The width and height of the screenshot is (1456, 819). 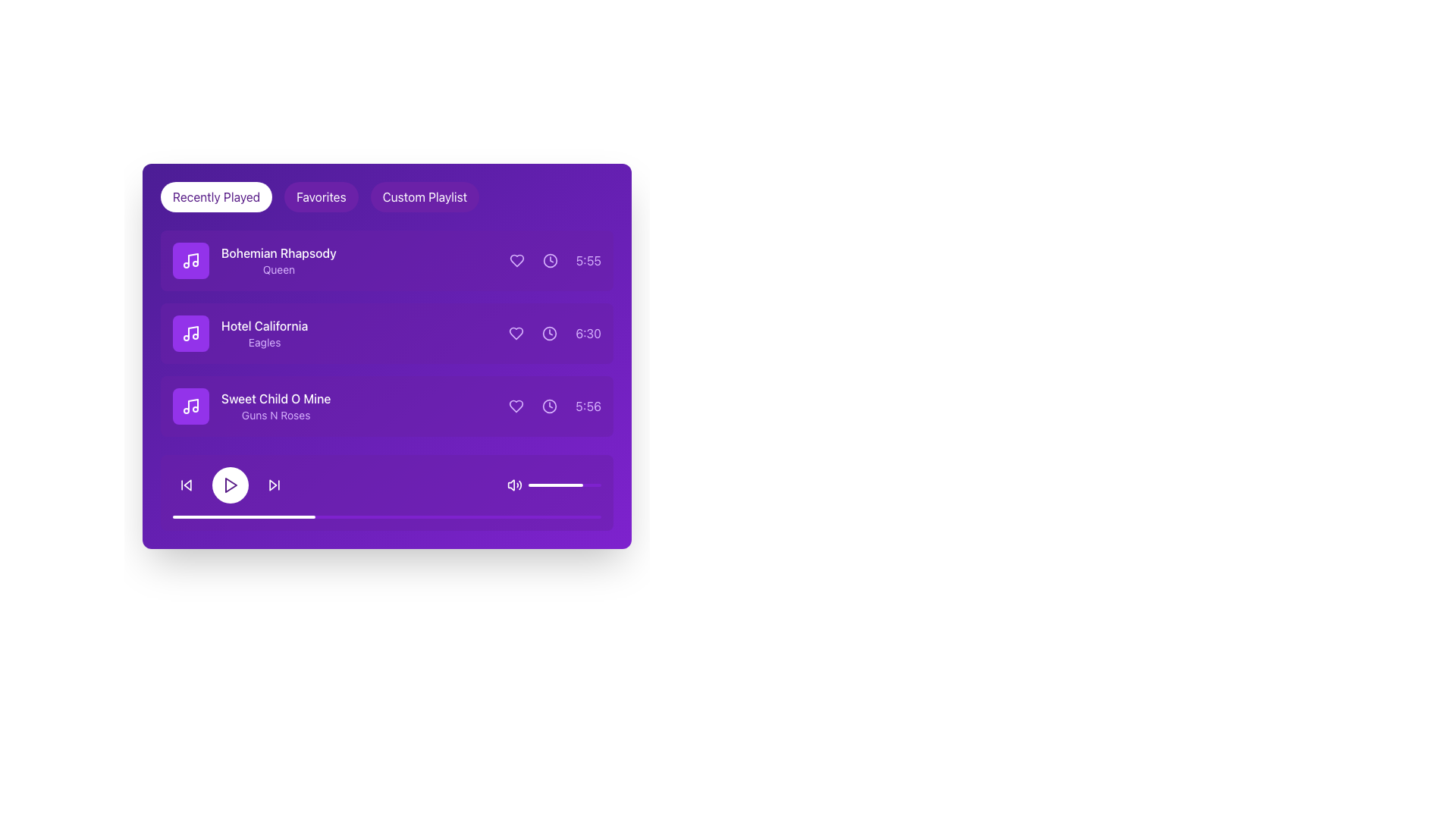 I want to click on the text label displaying the duration of 'Bohemian Rhapsody' in the playlist UI, positioned to the right of the clock icon, so click(x=588, y=259).